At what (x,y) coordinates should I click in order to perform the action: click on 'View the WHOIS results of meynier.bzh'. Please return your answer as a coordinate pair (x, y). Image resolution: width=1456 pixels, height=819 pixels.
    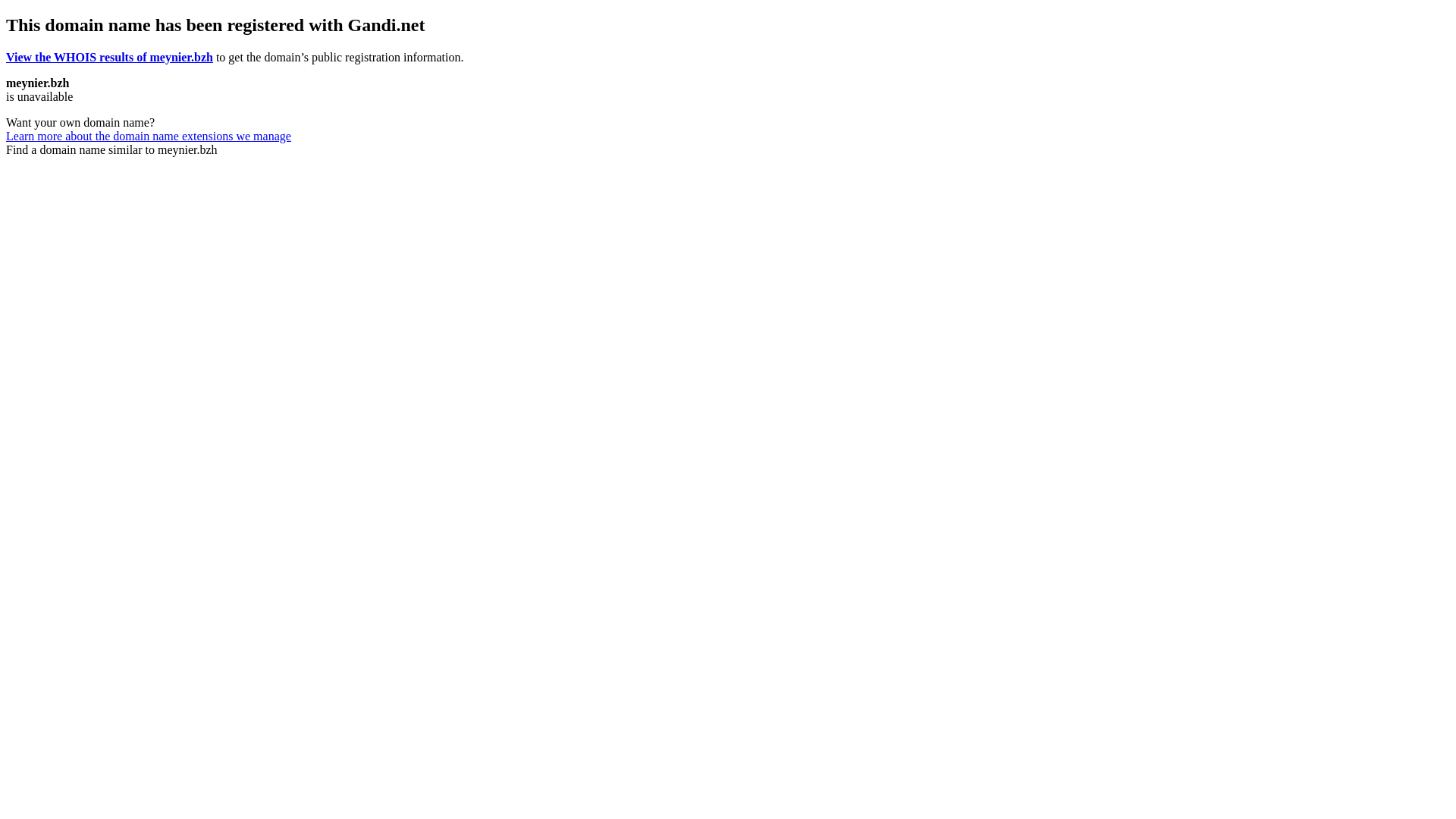
    Looking at the image, I should click on (6, 56).